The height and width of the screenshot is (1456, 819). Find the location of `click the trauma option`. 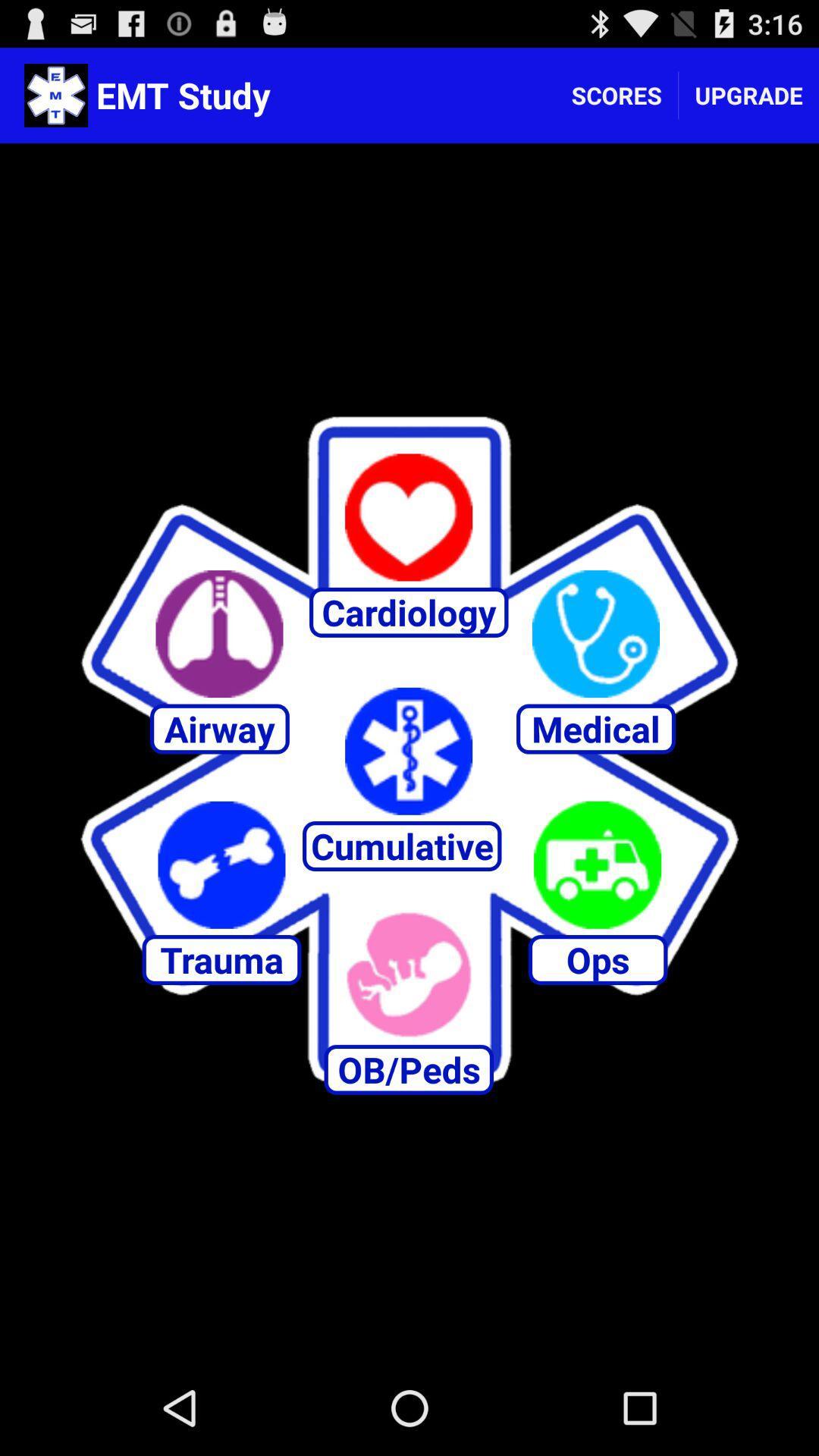

click the trauma option is located at coordinates (221, 864).